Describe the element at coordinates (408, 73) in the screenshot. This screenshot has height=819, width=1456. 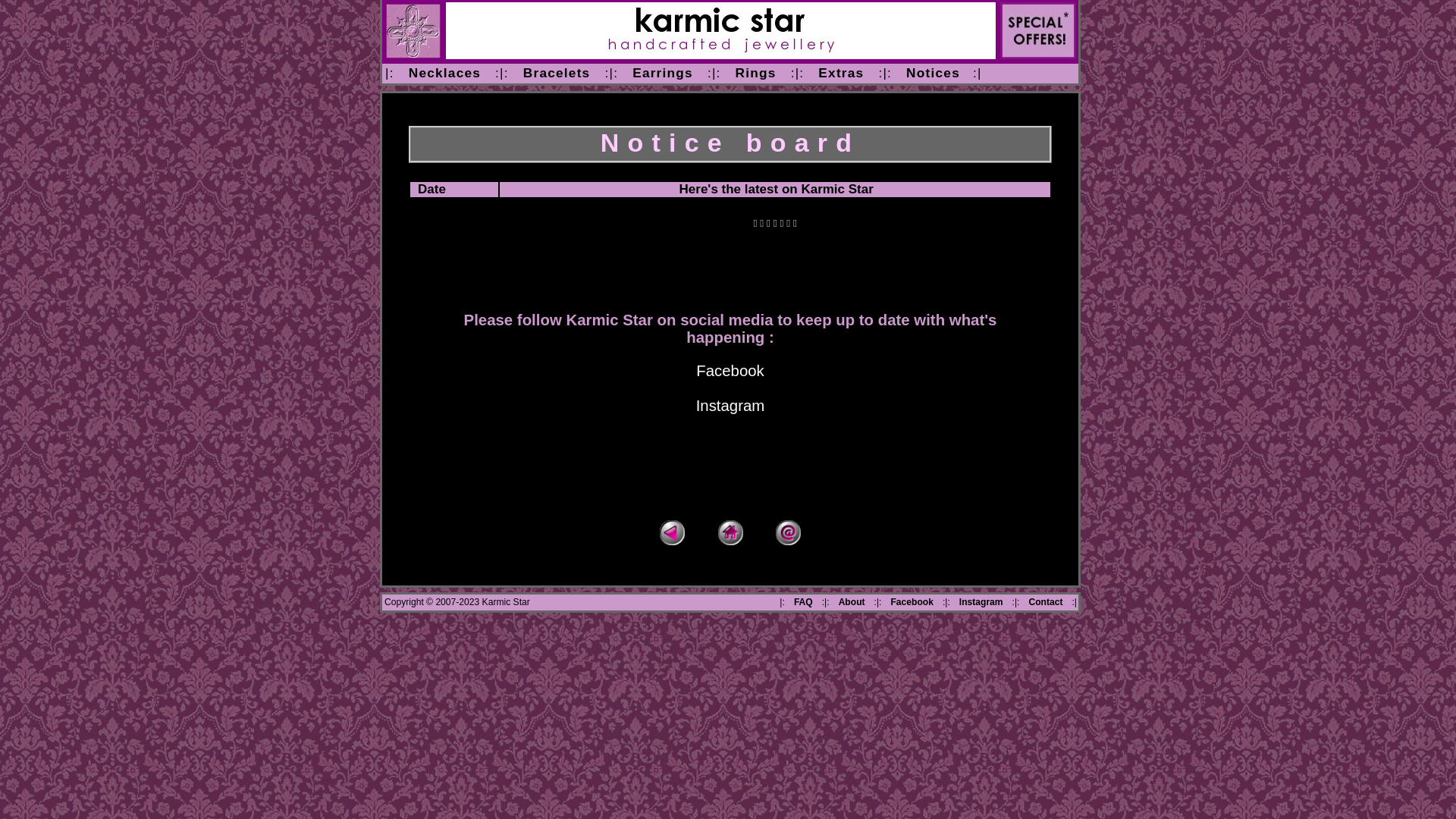
I see `'Necklaces'` at that location.